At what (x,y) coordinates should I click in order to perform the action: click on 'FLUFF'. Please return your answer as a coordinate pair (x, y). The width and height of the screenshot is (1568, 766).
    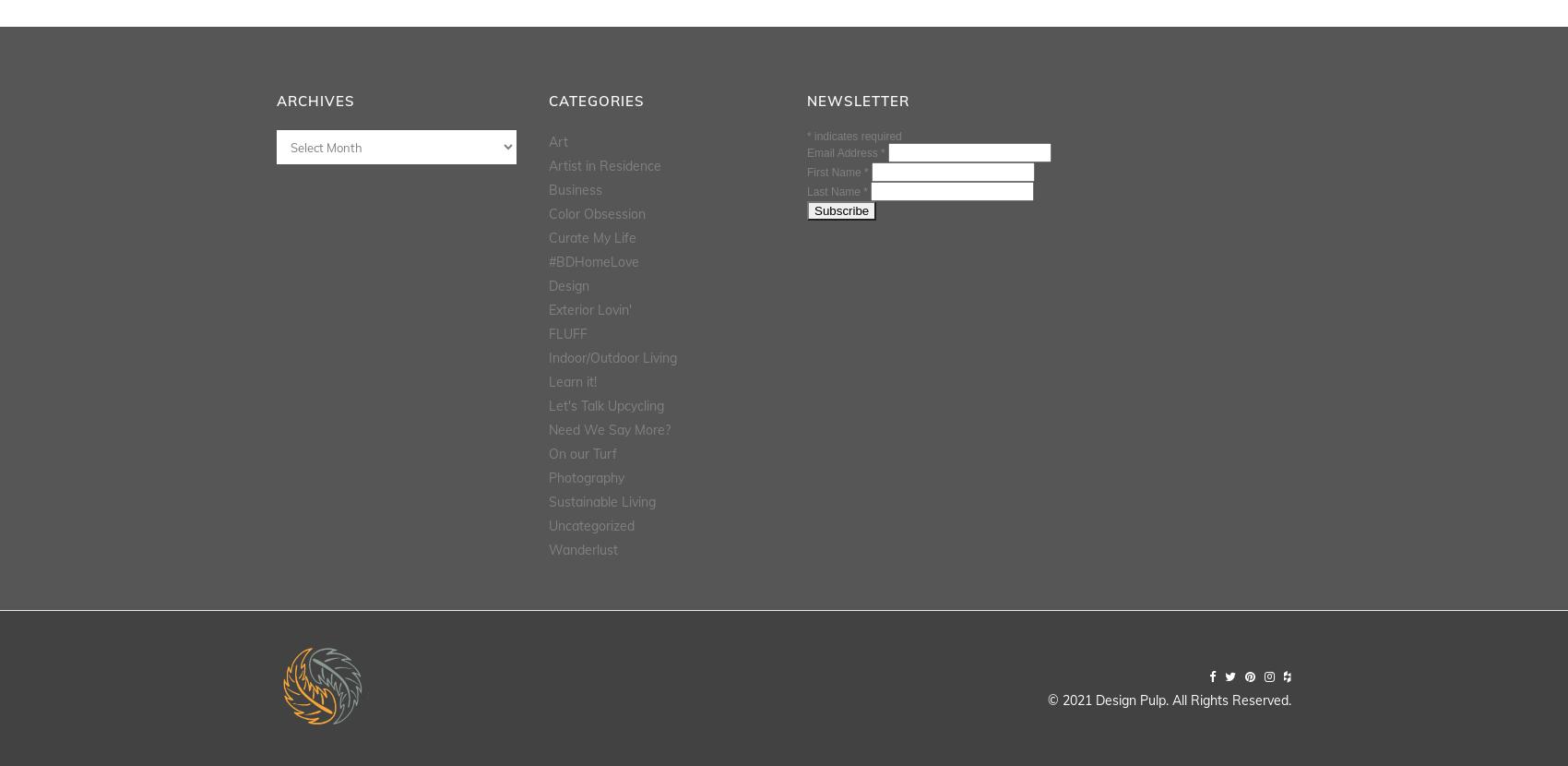
    Looking at the image, I should click on (567, 333).